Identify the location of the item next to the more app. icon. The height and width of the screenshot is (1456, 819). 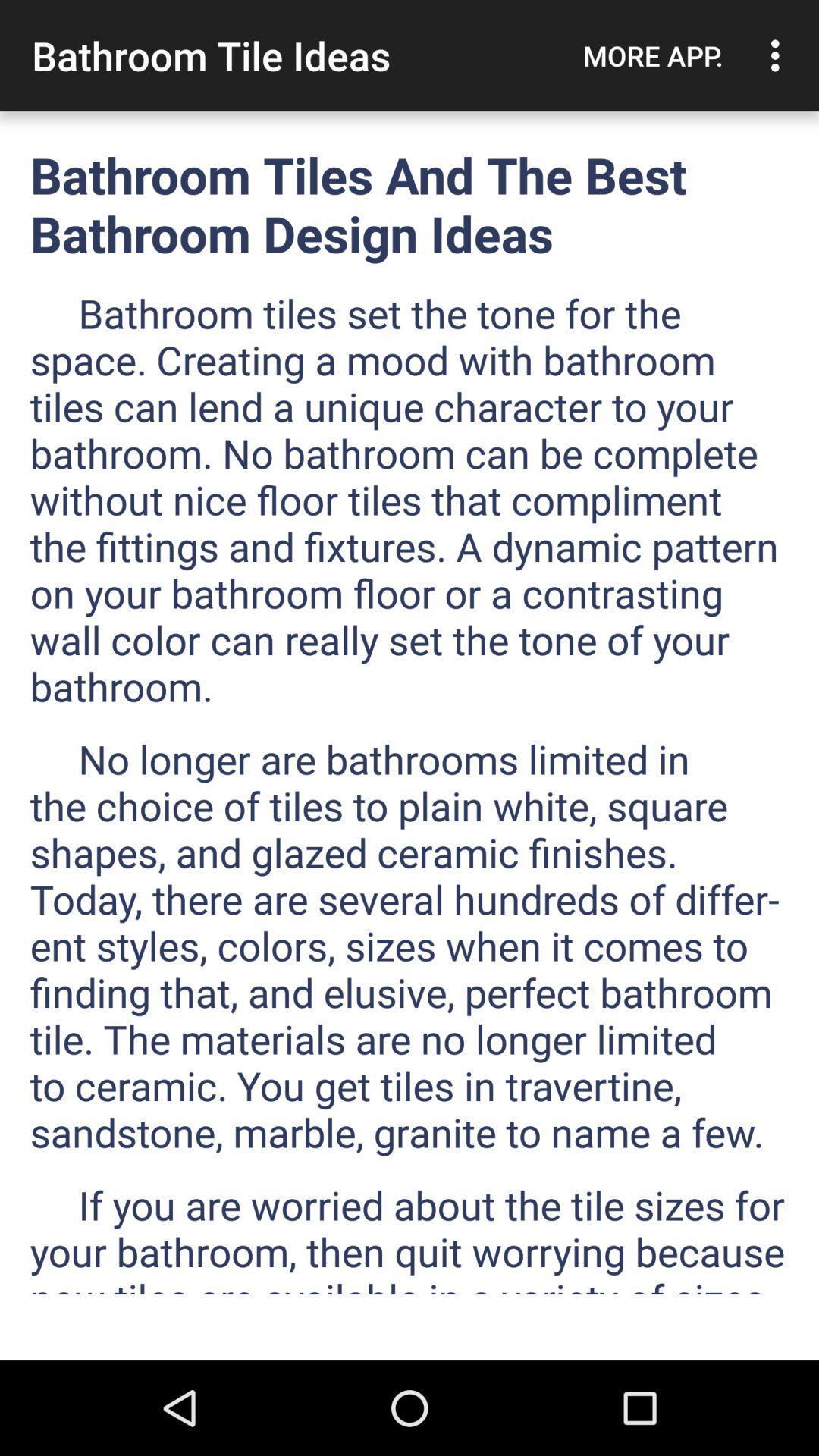
(779, 55).